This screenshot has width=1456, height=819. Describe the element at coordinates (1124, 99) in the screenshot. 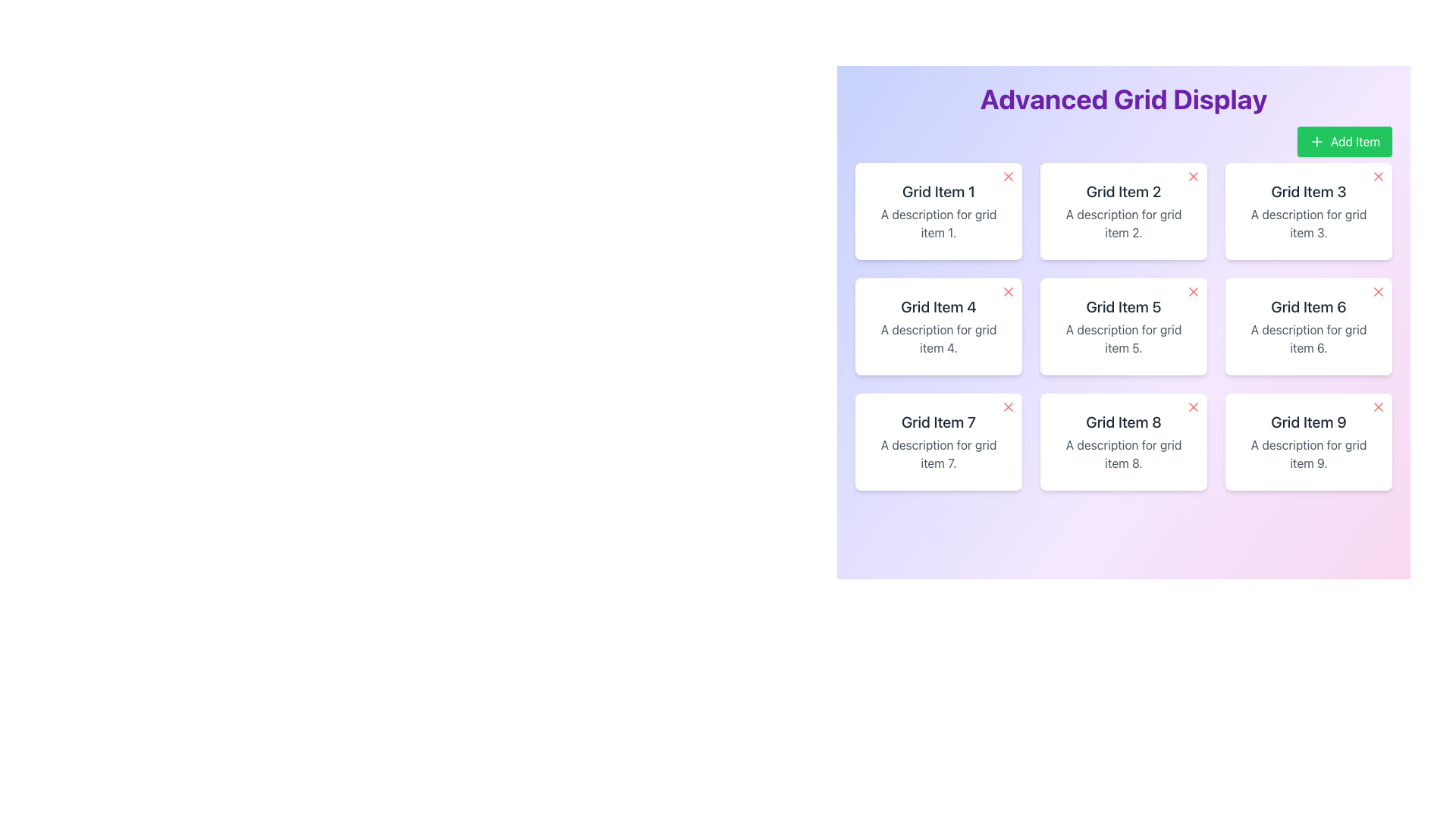

I see `the prominently centered text header that reads 'Advanced Grid Display', styled in bold and large purple font at the top of the layout` at that location.